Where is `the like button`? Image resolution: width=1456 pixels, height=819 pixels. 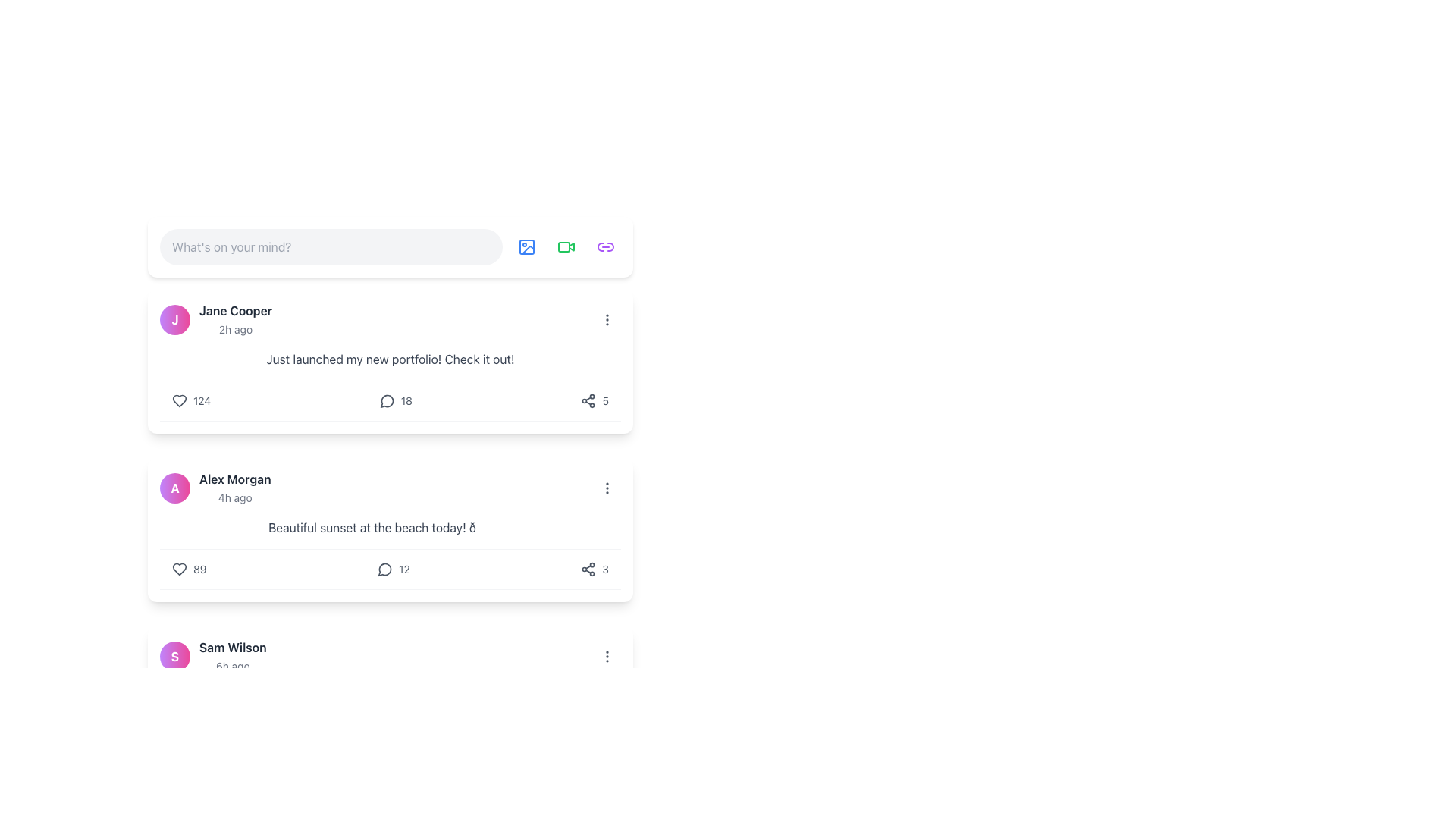 the like button is located at coordinates (179, 736).